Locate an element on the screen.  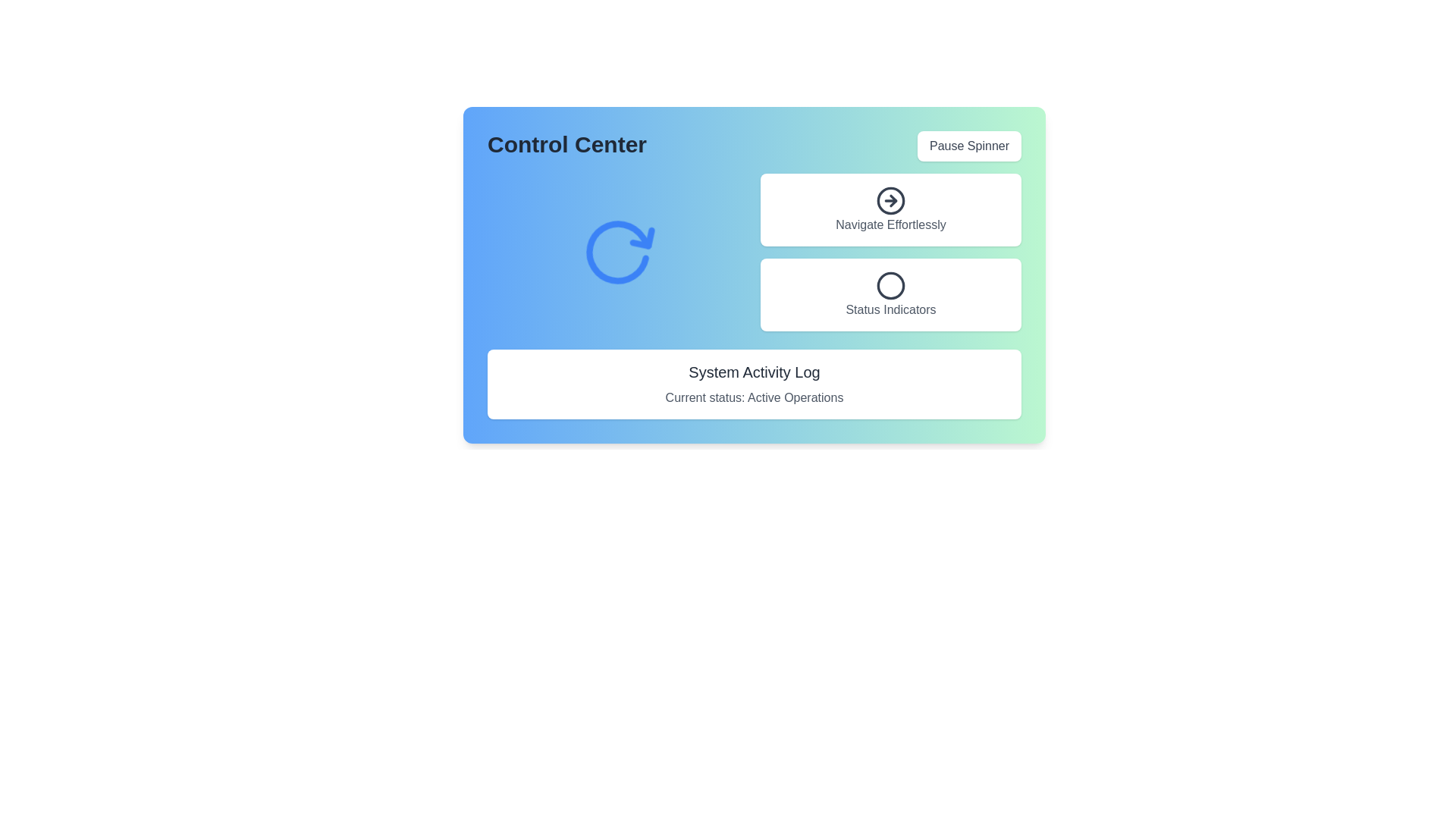
the status indicator icon located in the second rectangular card area, near the middle of the right side of the interface is located at coordinates (891, 286).